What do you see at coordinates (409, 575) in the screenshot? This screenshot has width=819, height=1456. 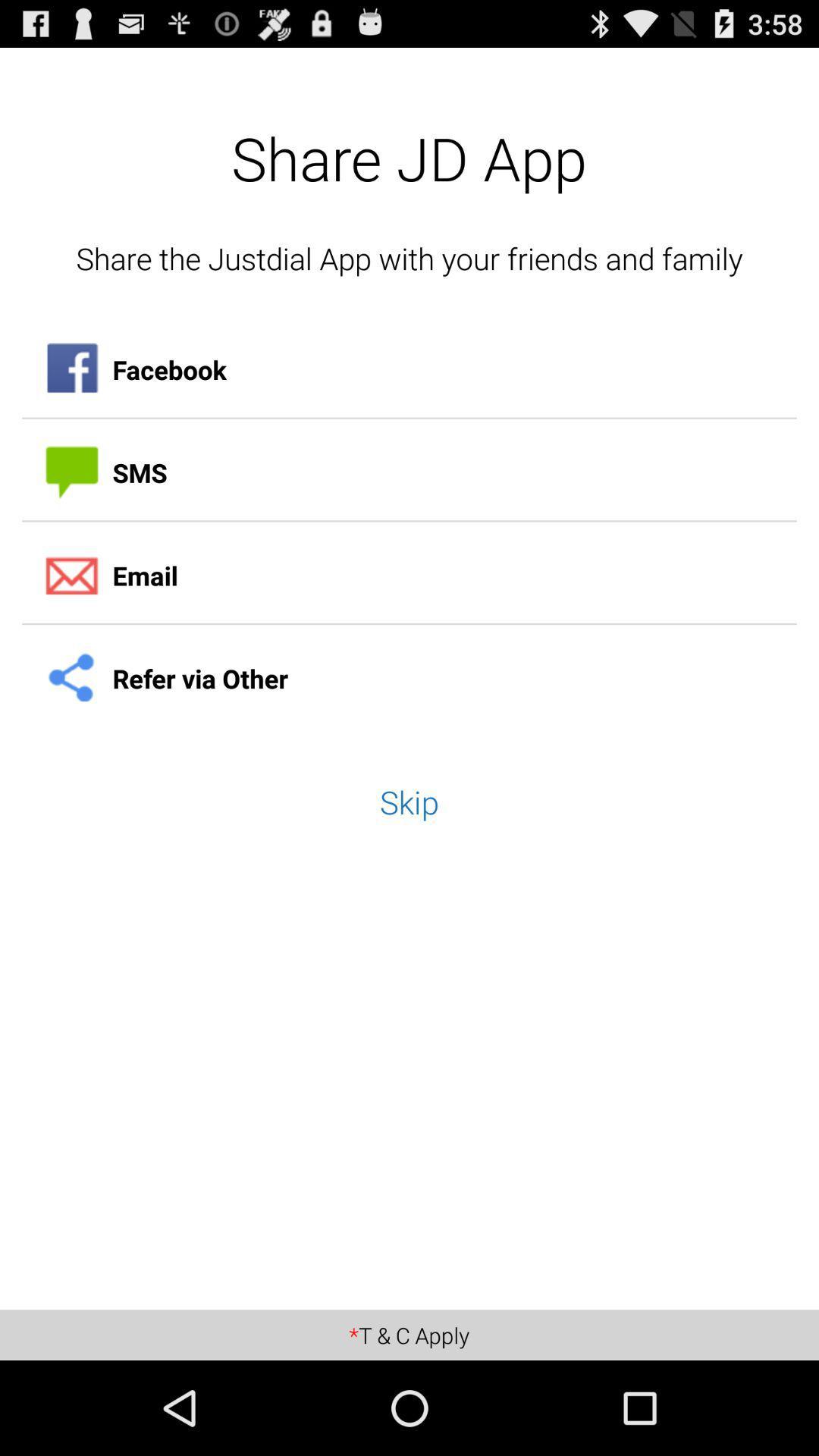 I see `the button below sms button` at bounding box center [409, 575].